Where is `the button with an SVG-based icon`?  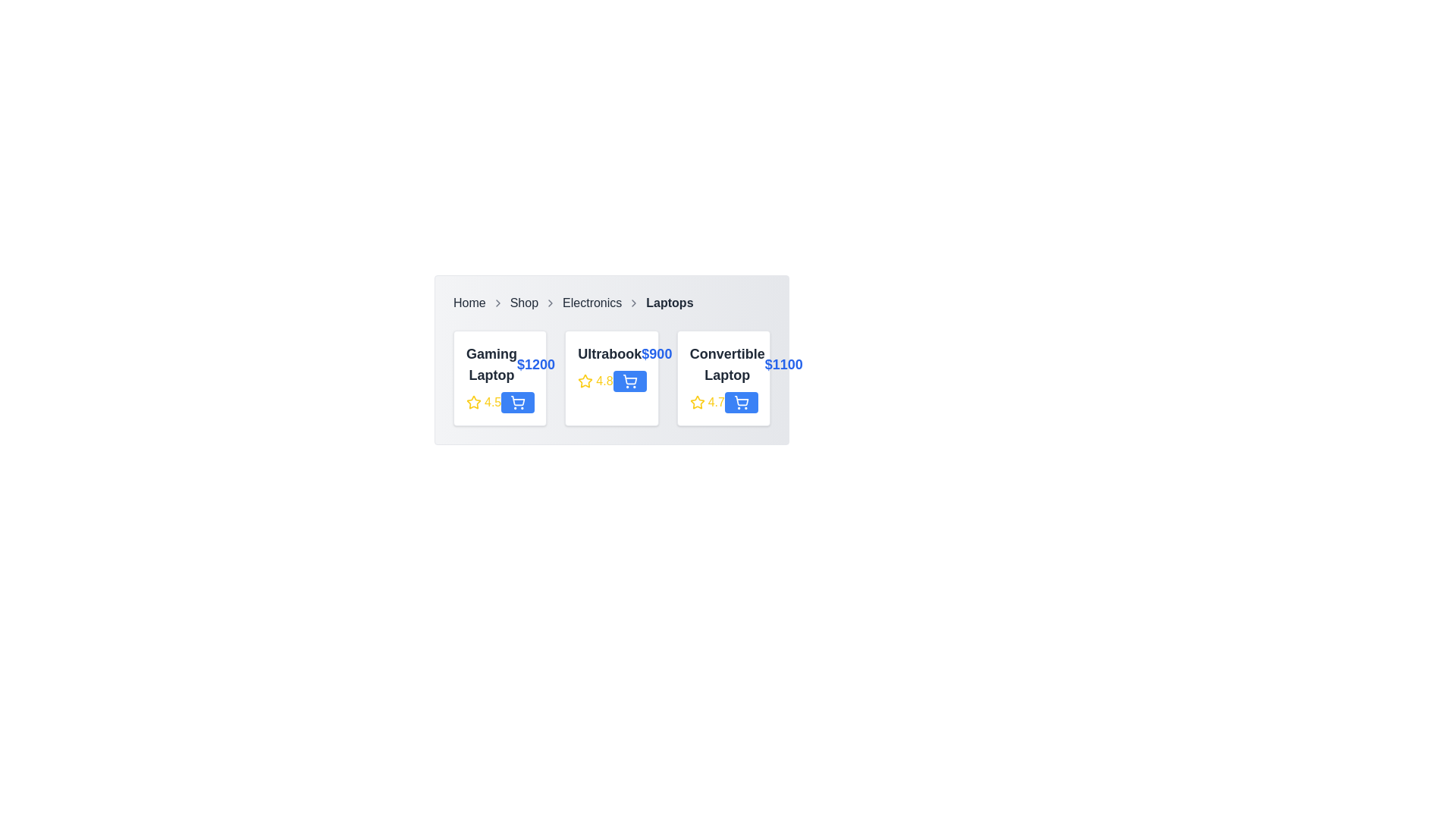 the button with an SVG-based icon is located at coordinates (741, 402).